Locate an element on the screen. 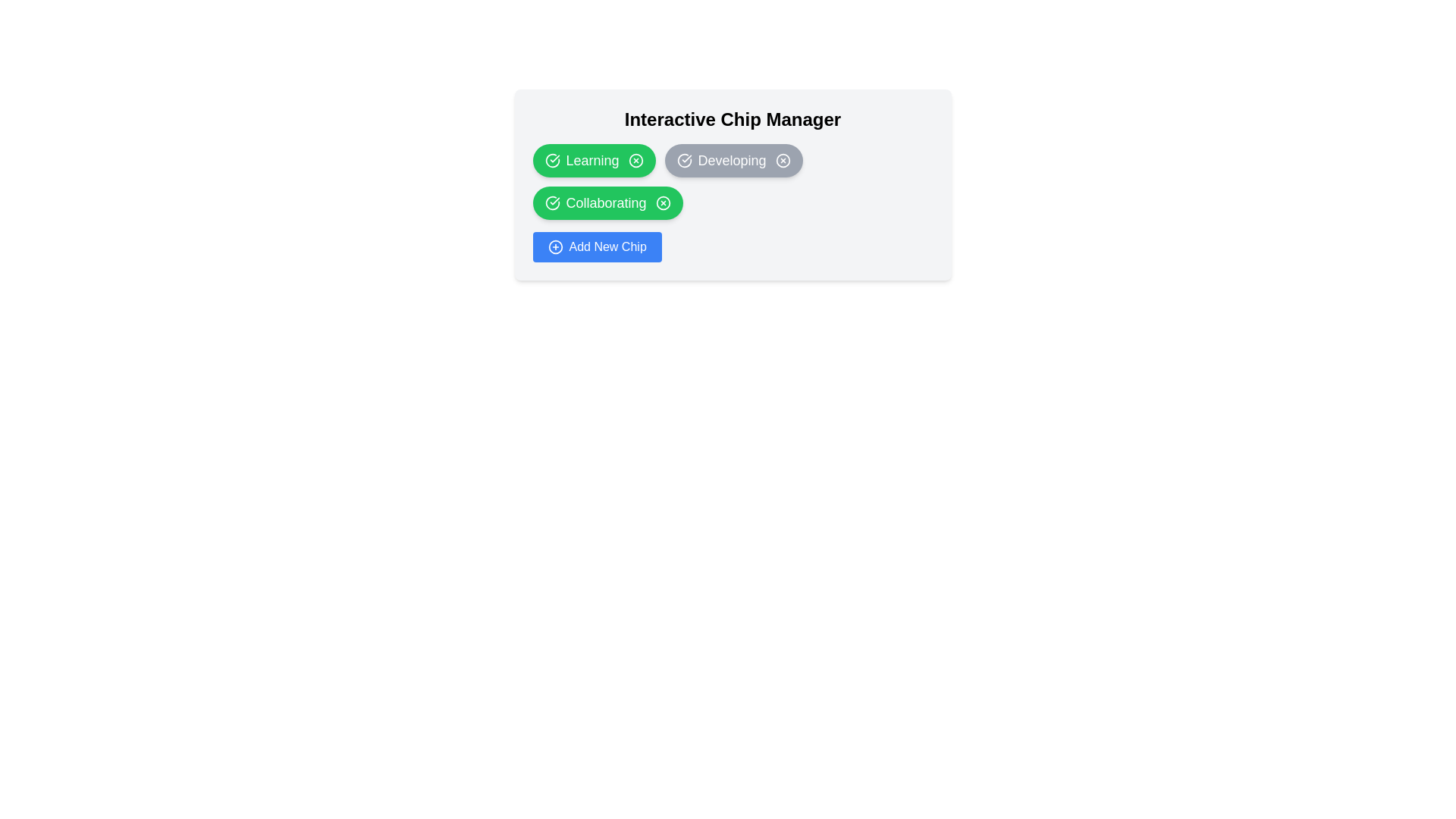 This screenshot has width=1456, height=819. the interactive icons within the 'Learning' Tag button, which has a green background and contains a checkmark icon on the left and a close icon on the right is located at coordinates (593, 161).